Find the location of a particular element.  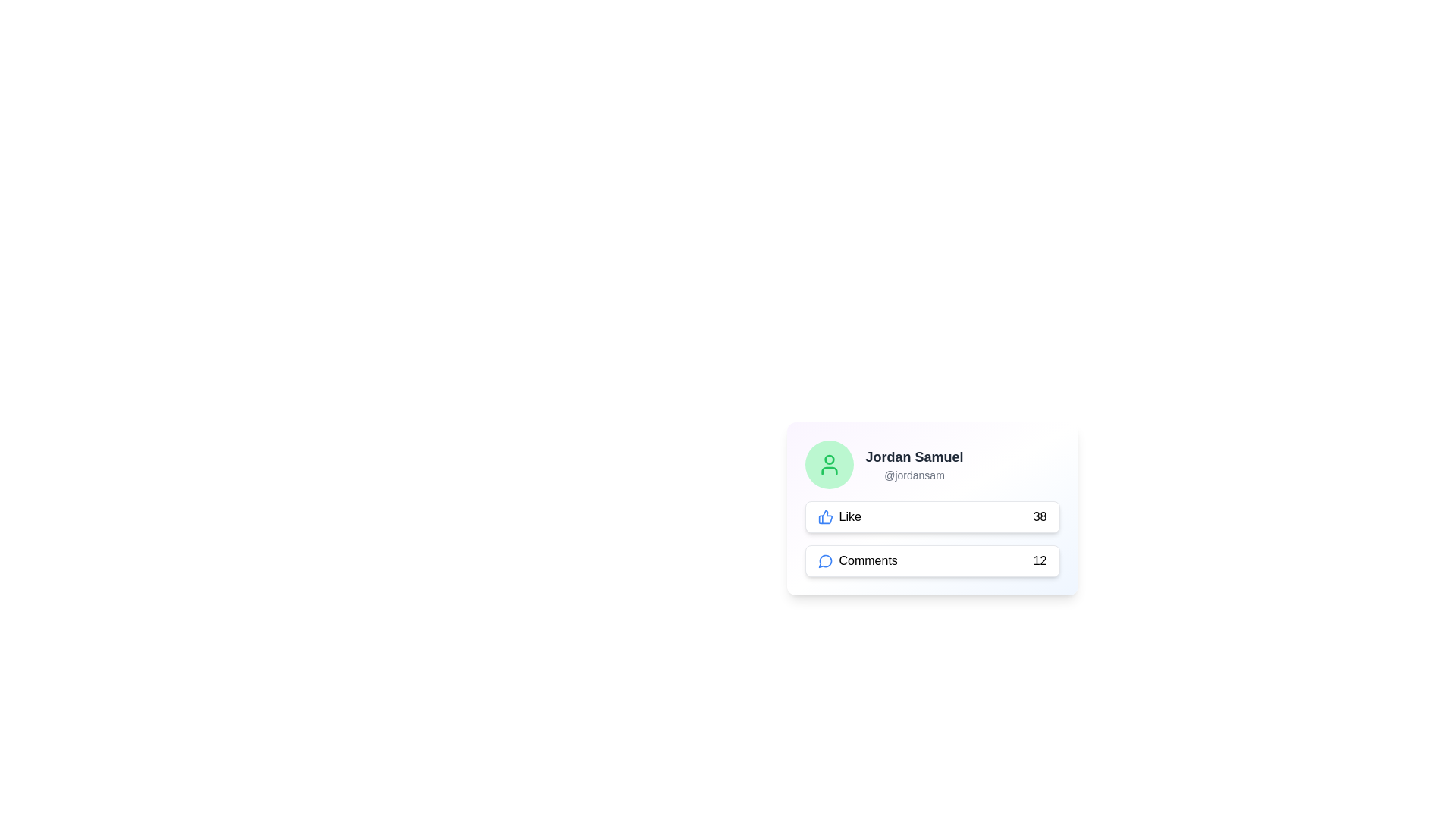

the Profile Header element, which serves as a profile summary header containing the user's name and handle, located at the top of the interface above the 'Like' and 'Comments' buttons is located at coordinates (931, 464).